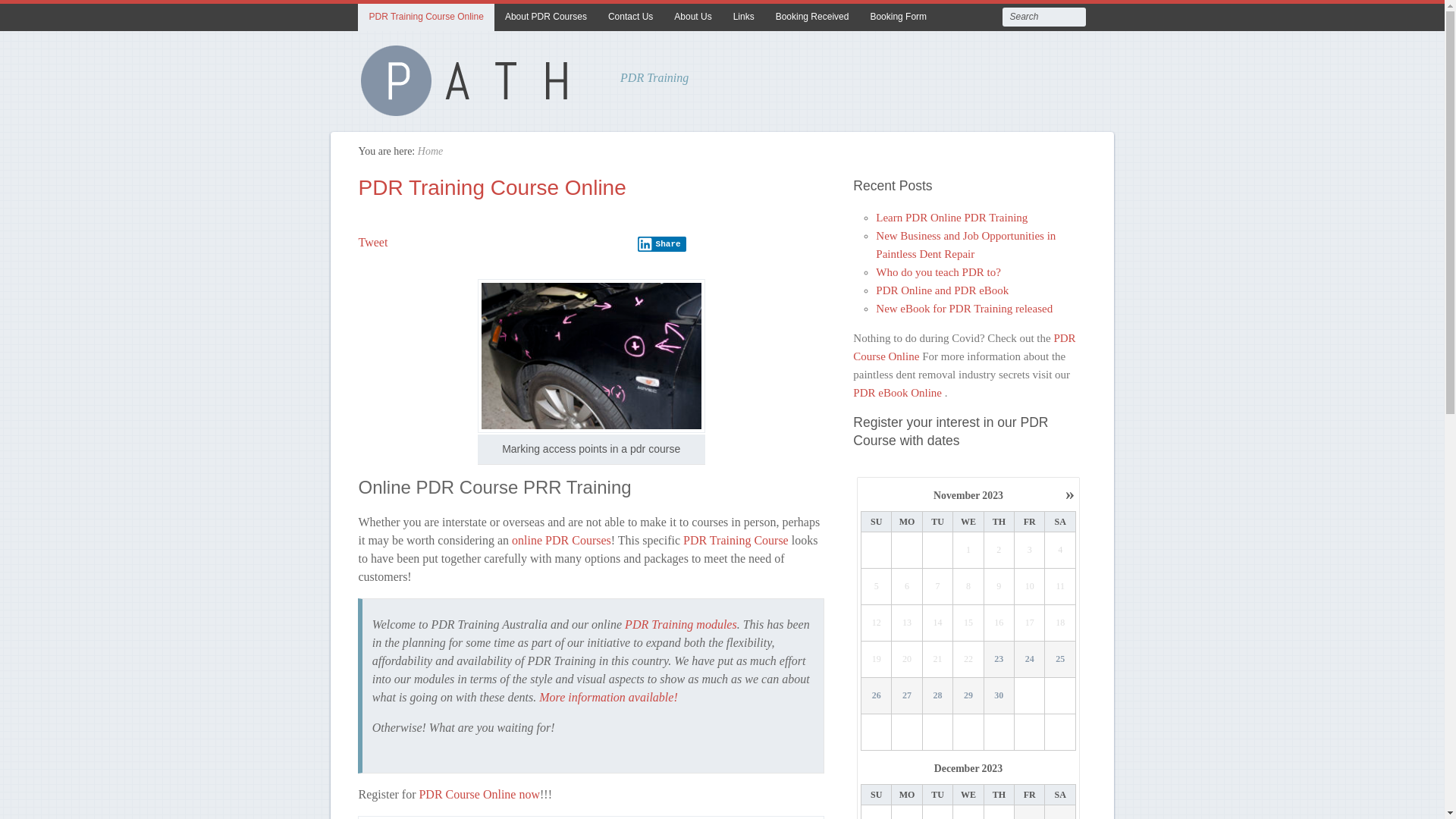 Image resolution: width=1456 pixels, height=819 pixels. I want to click on 'PDR Course Online now', so click(479, 792).